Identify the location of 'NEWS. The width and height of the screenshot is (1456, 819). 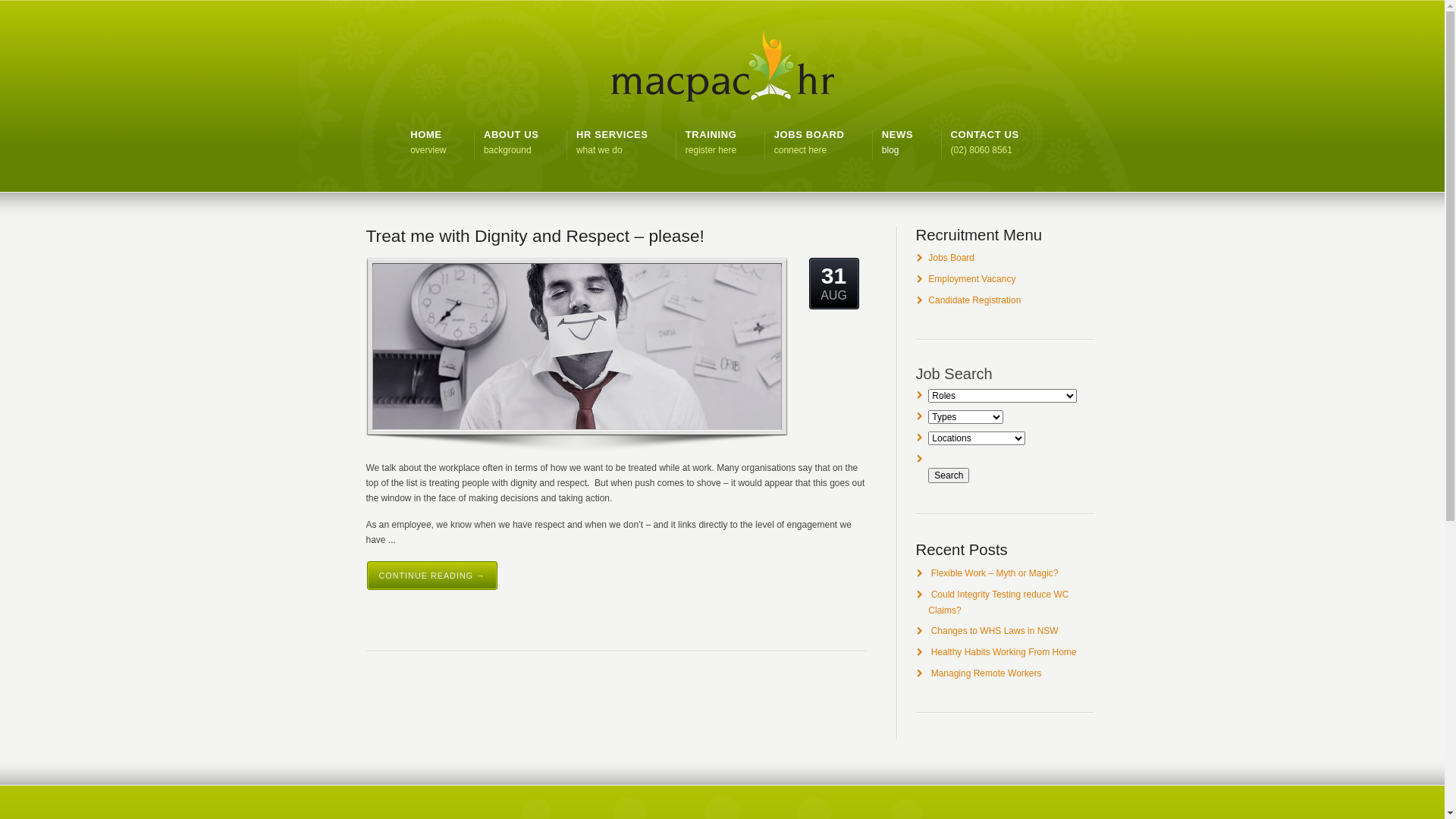
(897, 143).